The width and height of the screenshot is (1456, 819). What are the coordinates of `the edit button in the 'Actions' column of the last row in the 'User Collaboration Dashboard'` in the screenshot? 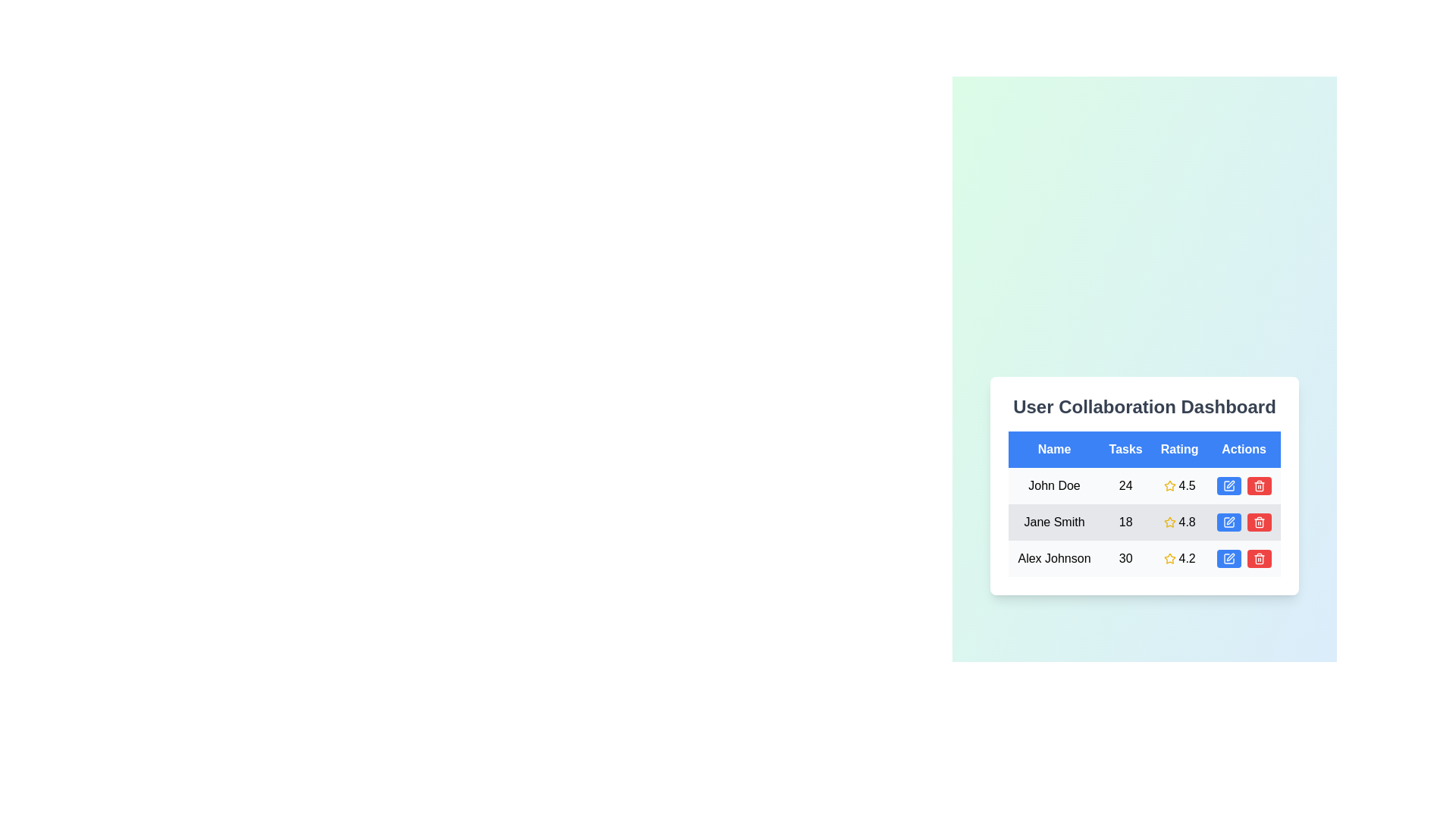 It's located at (1228, 558).